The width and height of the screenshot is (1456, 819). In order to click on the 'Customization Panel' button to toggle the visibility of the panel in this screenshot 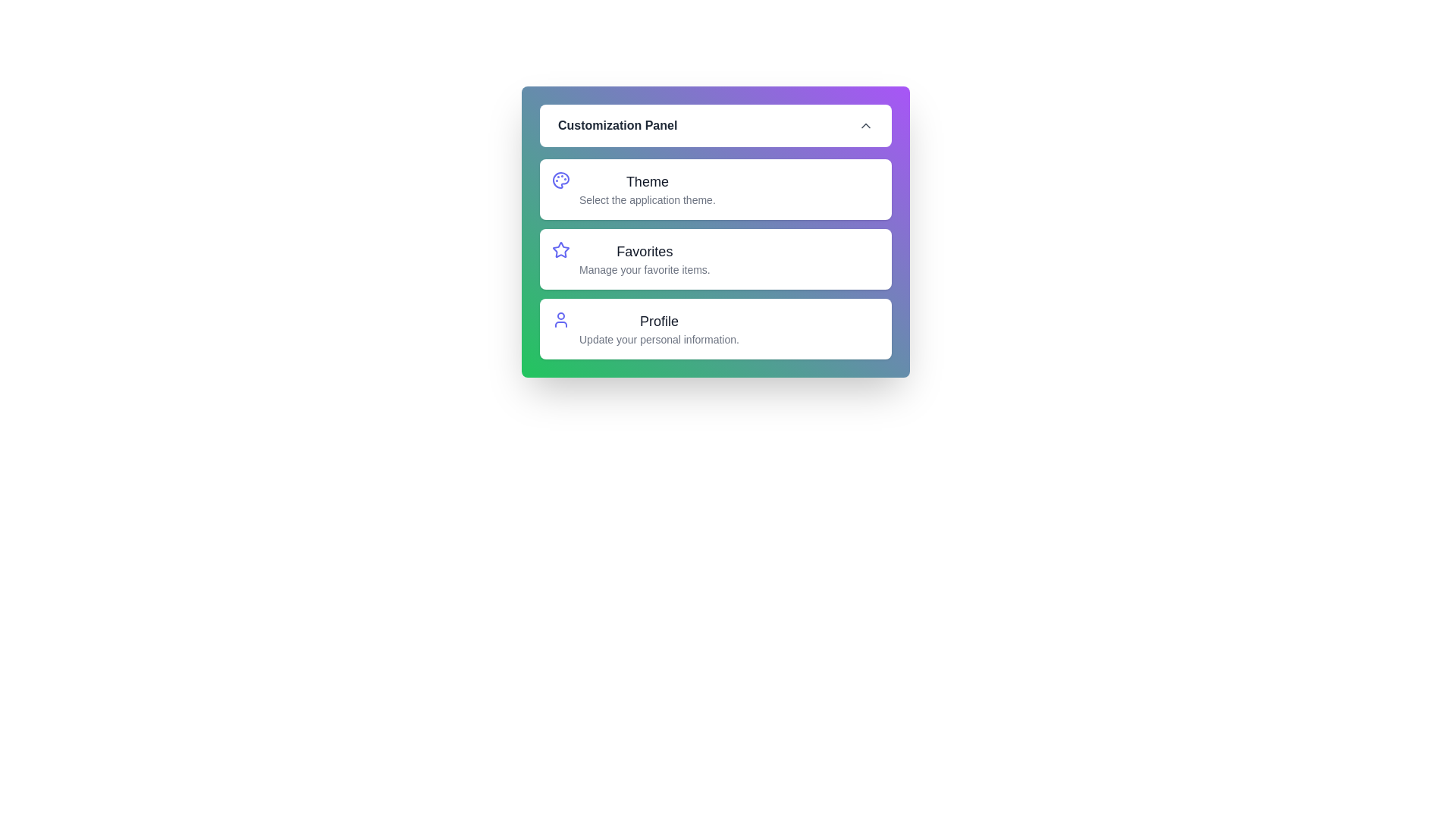, I will do `click(715, 124)`.